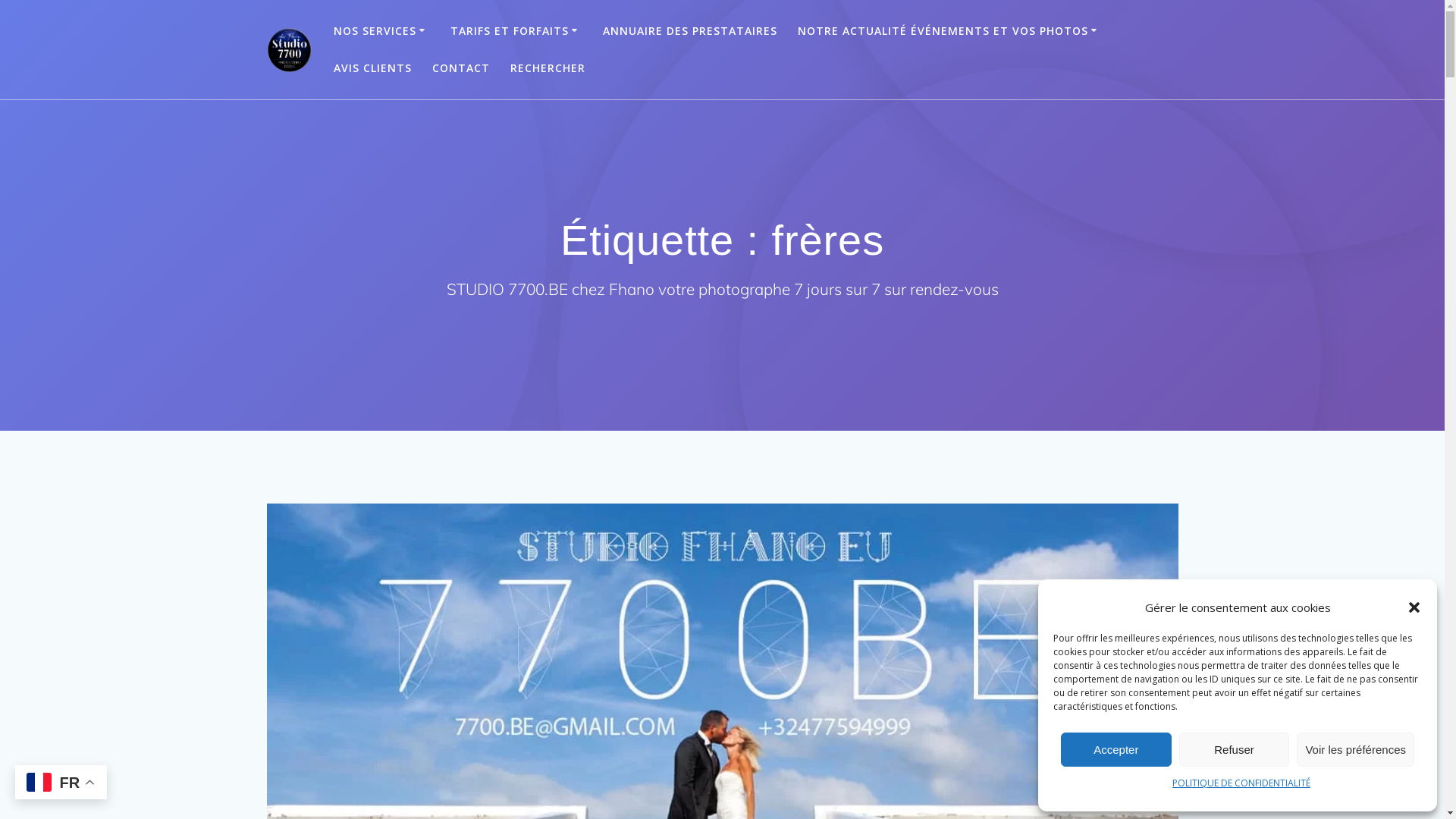 This screenshot has width=1456, height=819. Describe the element at coordinates (333, 31) in the screenshot. I see `'NOS SERVICES'` at that location.